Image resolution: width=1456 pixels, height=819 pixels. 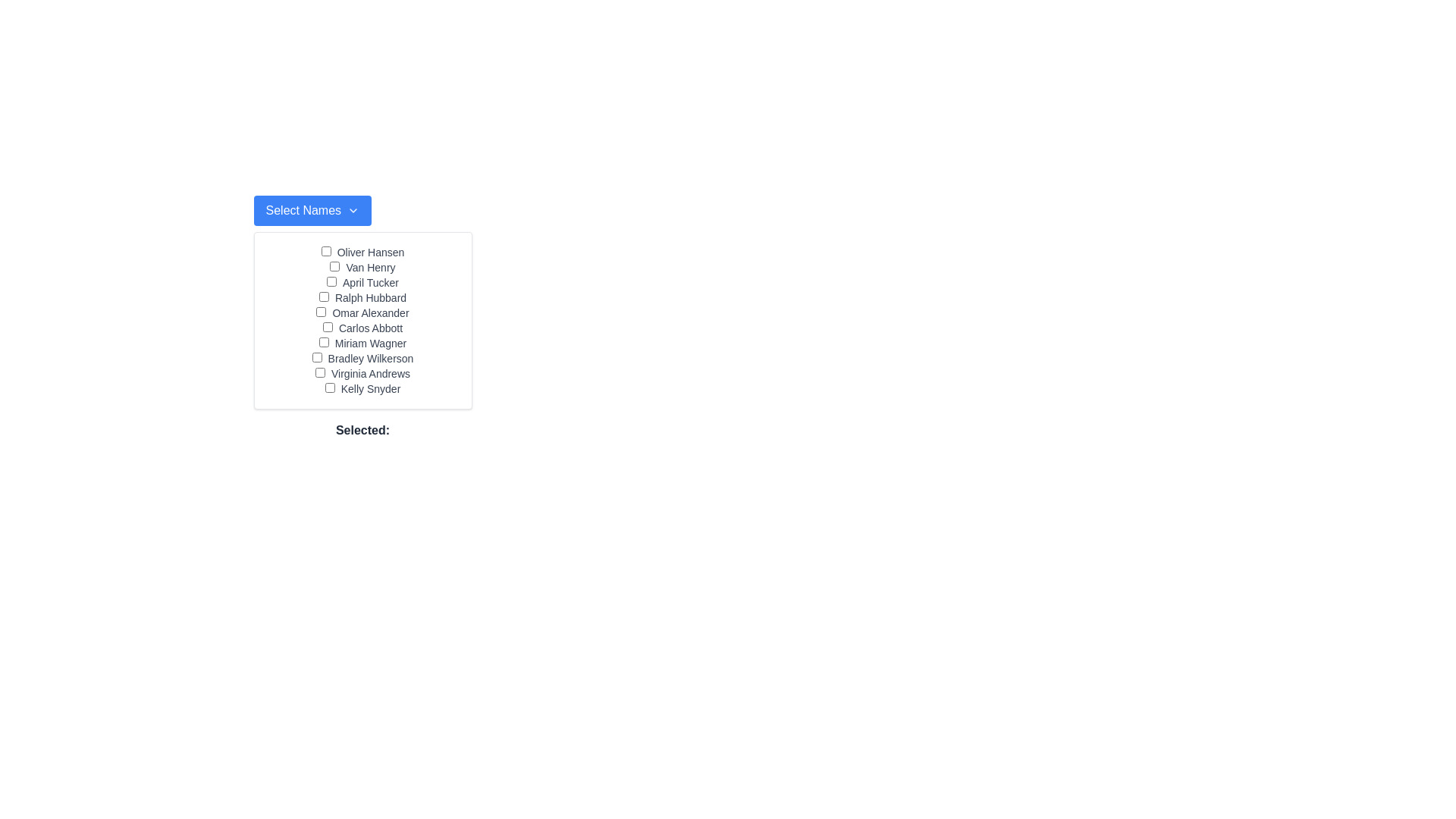 I want to click on the checkbox associated with 'Omar Alexander', so click(x=320, y=311).